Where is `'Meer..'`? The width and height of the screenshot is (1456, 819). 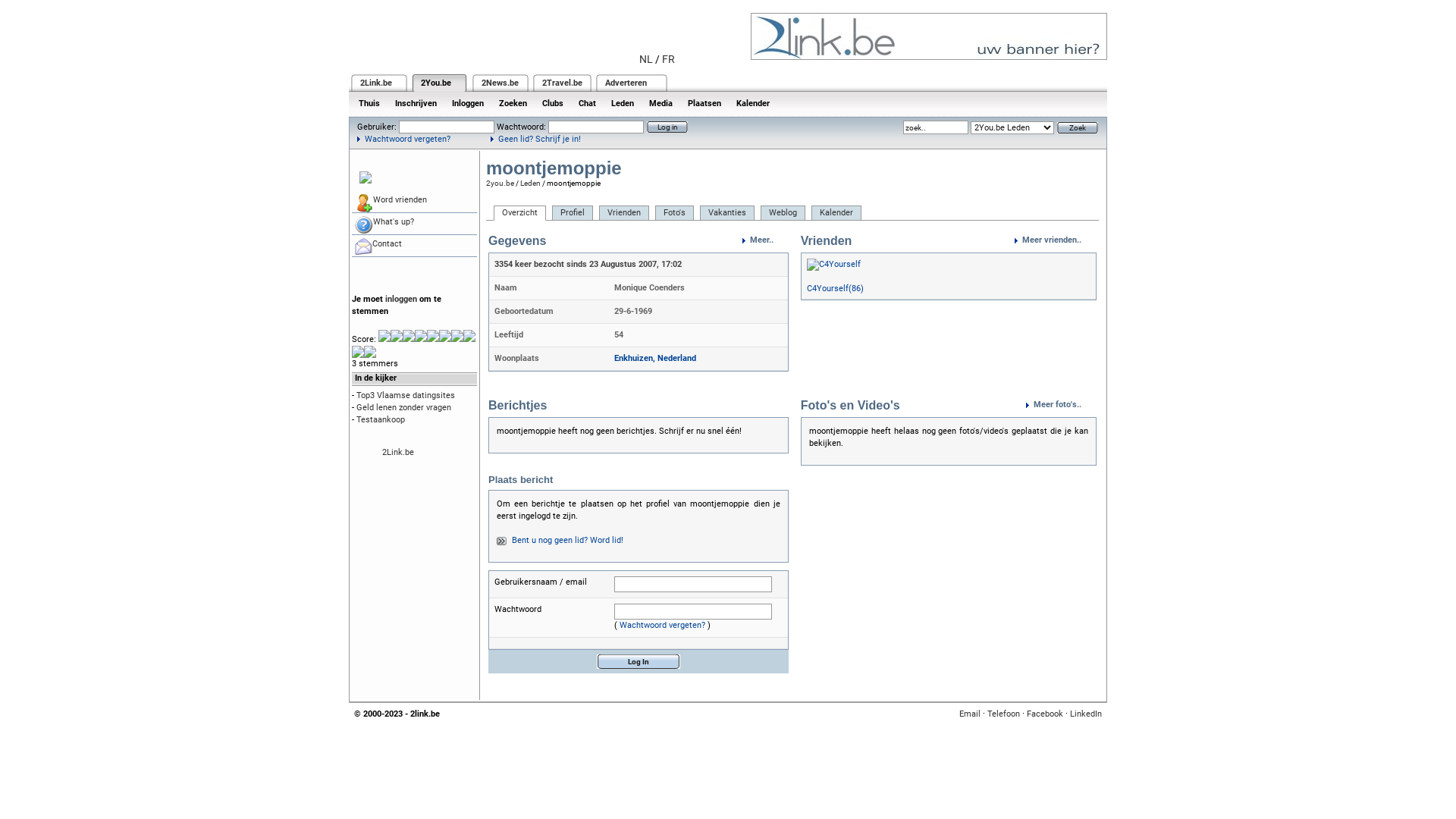 'Meer..' is located at coordinates (765, 239).